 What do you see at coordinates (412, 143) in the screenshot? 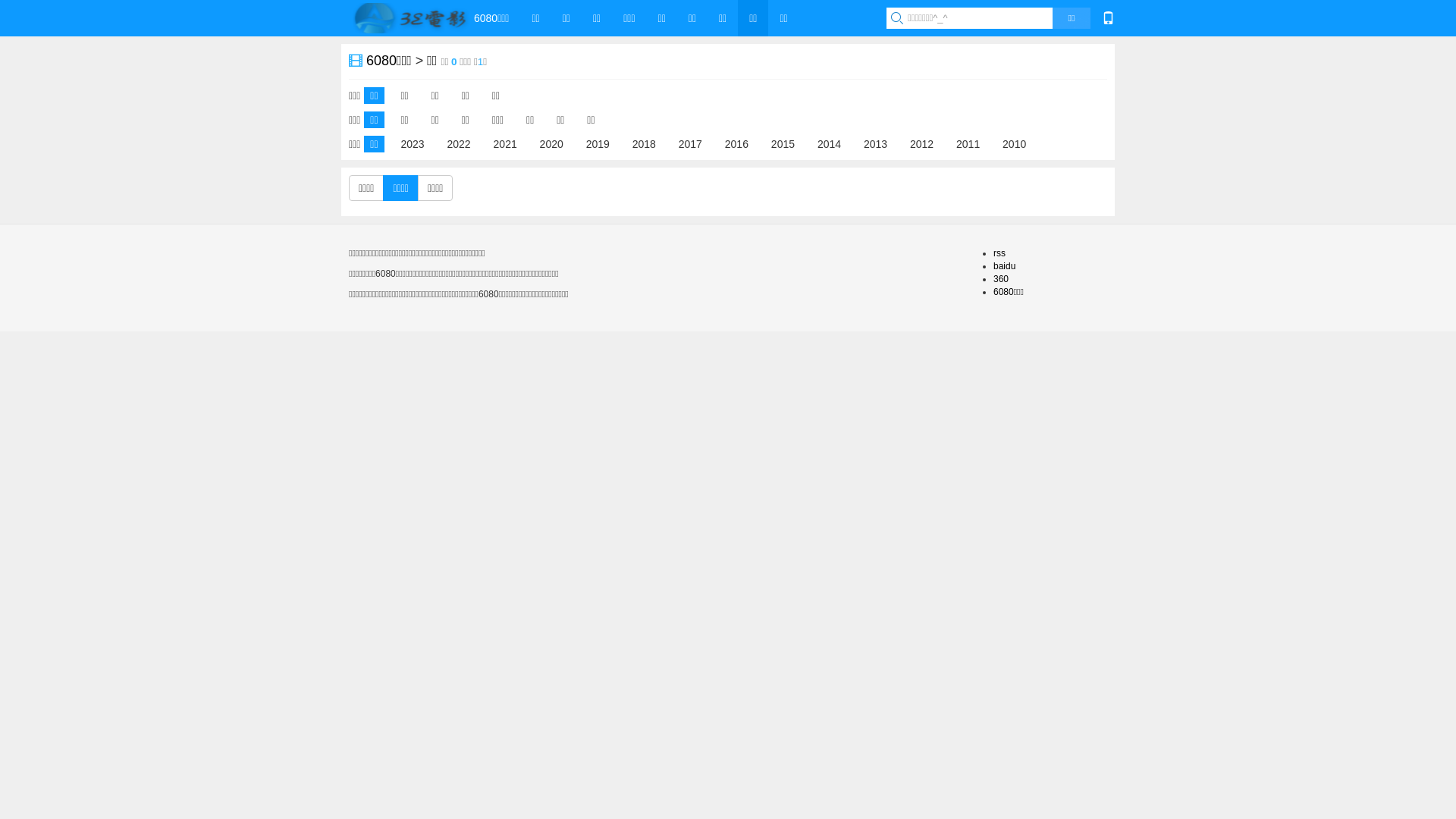
I see `'2023'` at bounding box center [412, 143].